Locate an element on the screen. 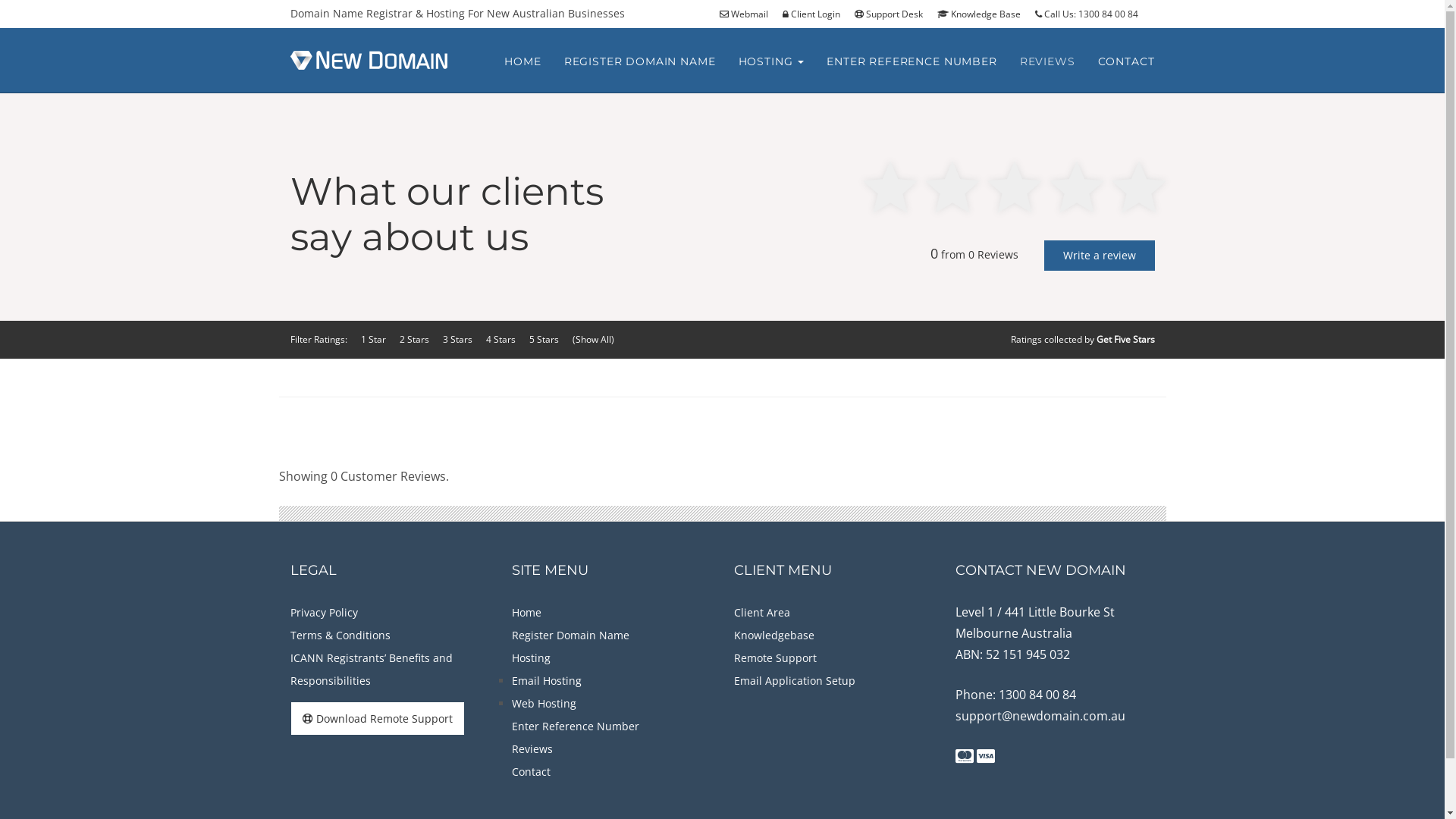 Image resolution: width=1456 pixels, height=819 pixels. 'REVIEWS' is located at coordinates (1046, 61).